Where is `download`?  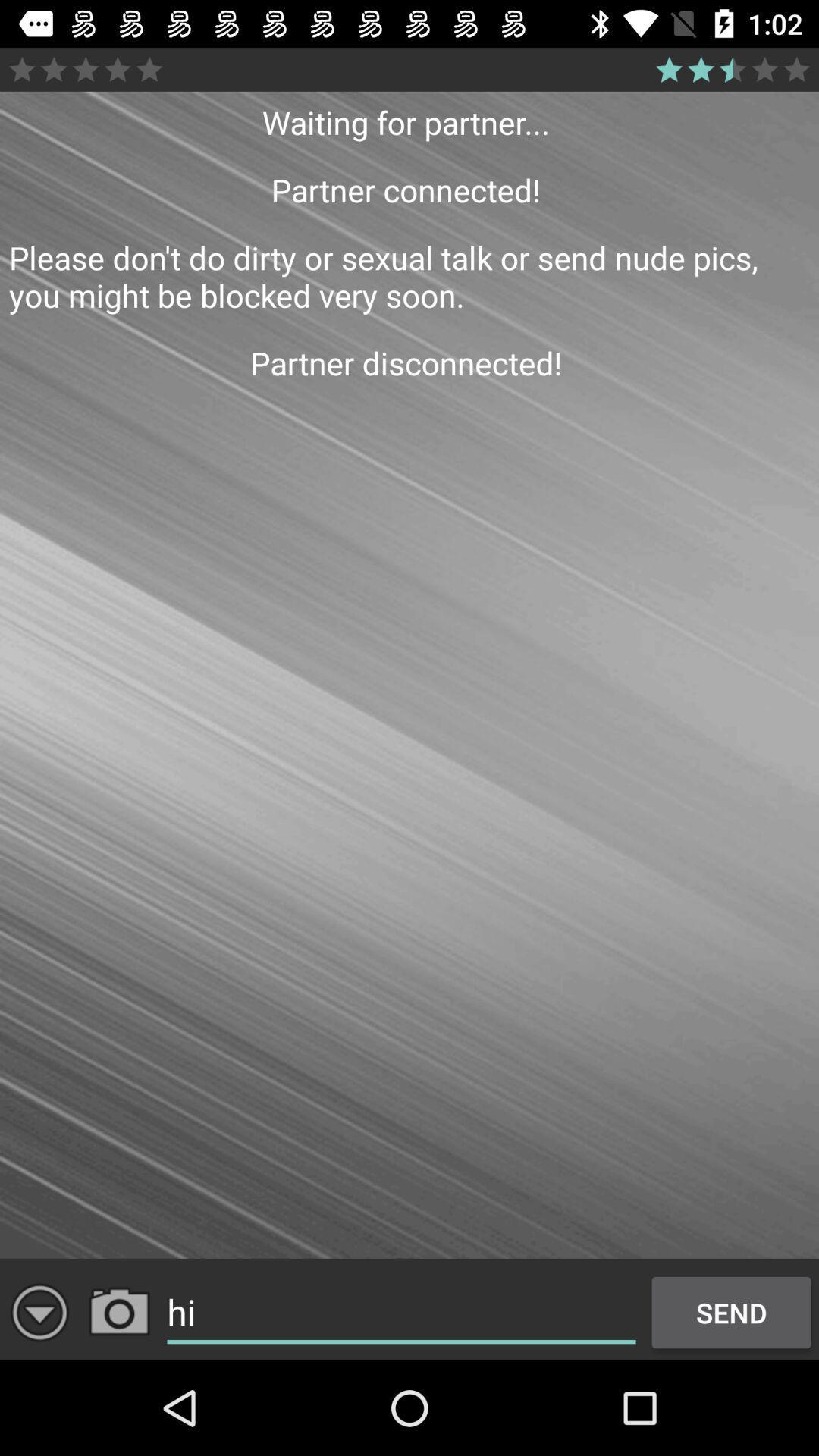 download is located at coordinates (39, 1312).